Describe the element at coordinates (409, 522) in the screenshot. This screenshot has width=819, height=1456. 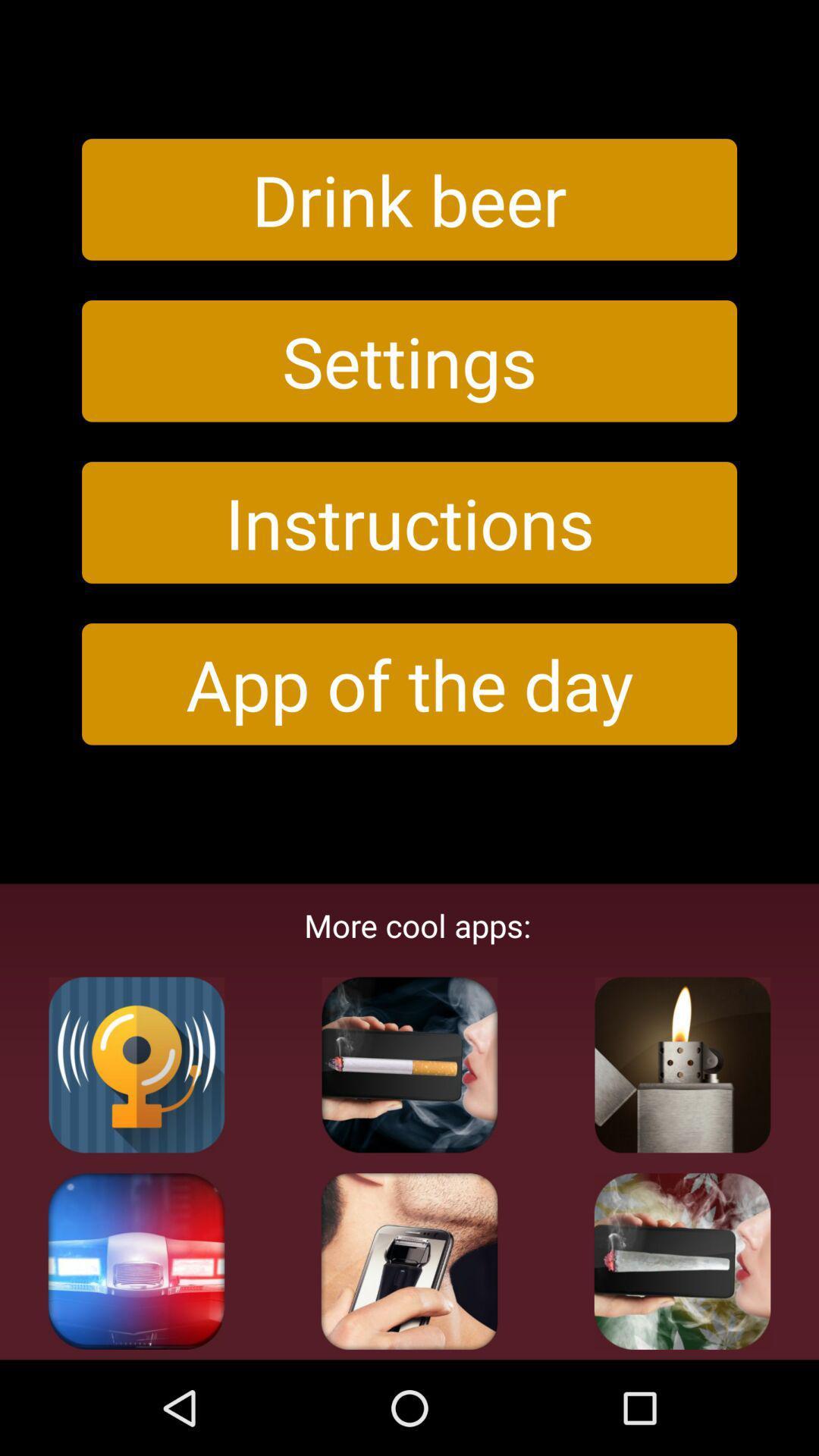
I see `the item above the app of the icon` at that location.